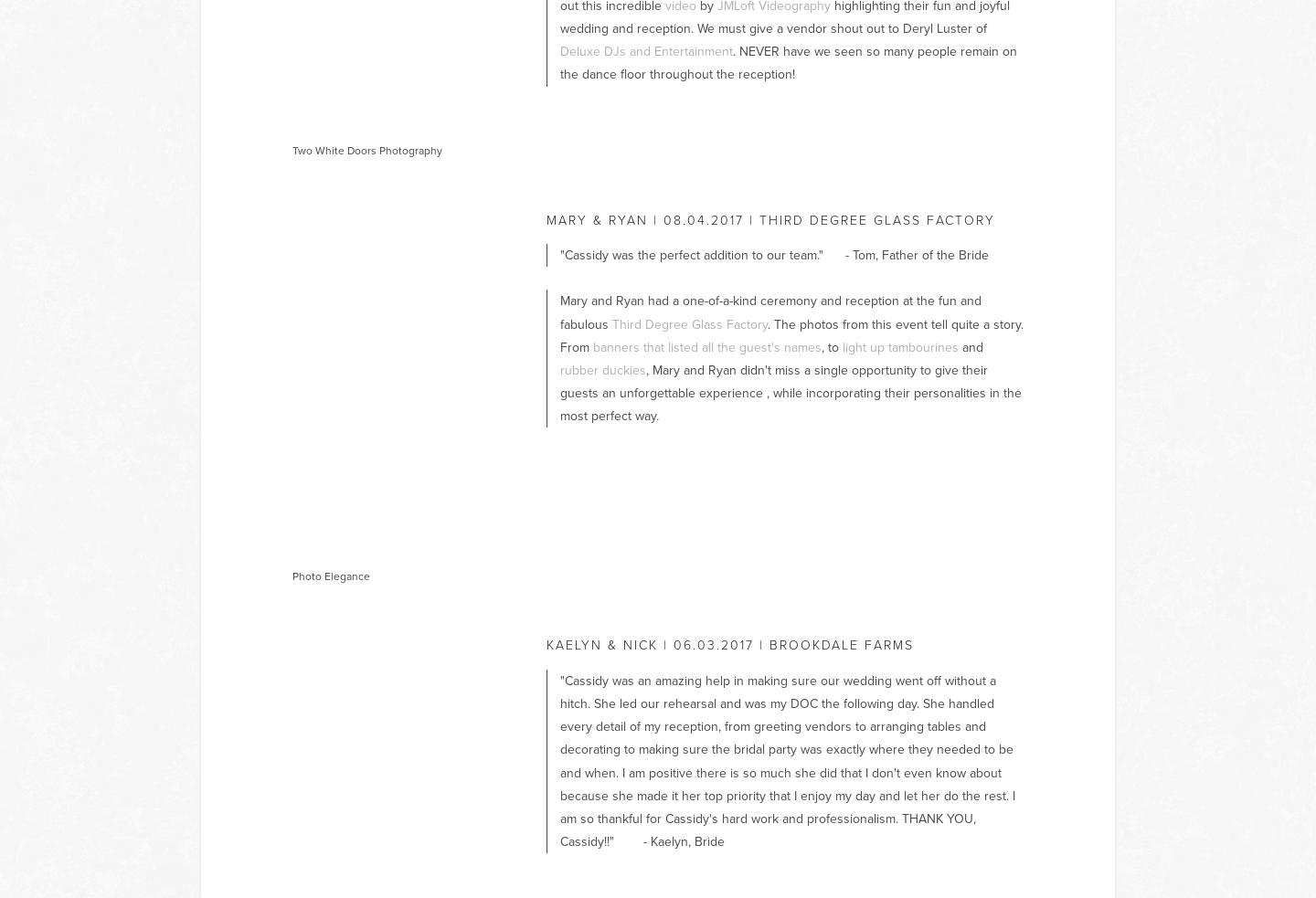 This screenshot has height=898, width=1316. I want to click on 'Mary and Ryan had a one-of-a-kind ceremony and reception at the fun and fabulous', so click(770, 311).